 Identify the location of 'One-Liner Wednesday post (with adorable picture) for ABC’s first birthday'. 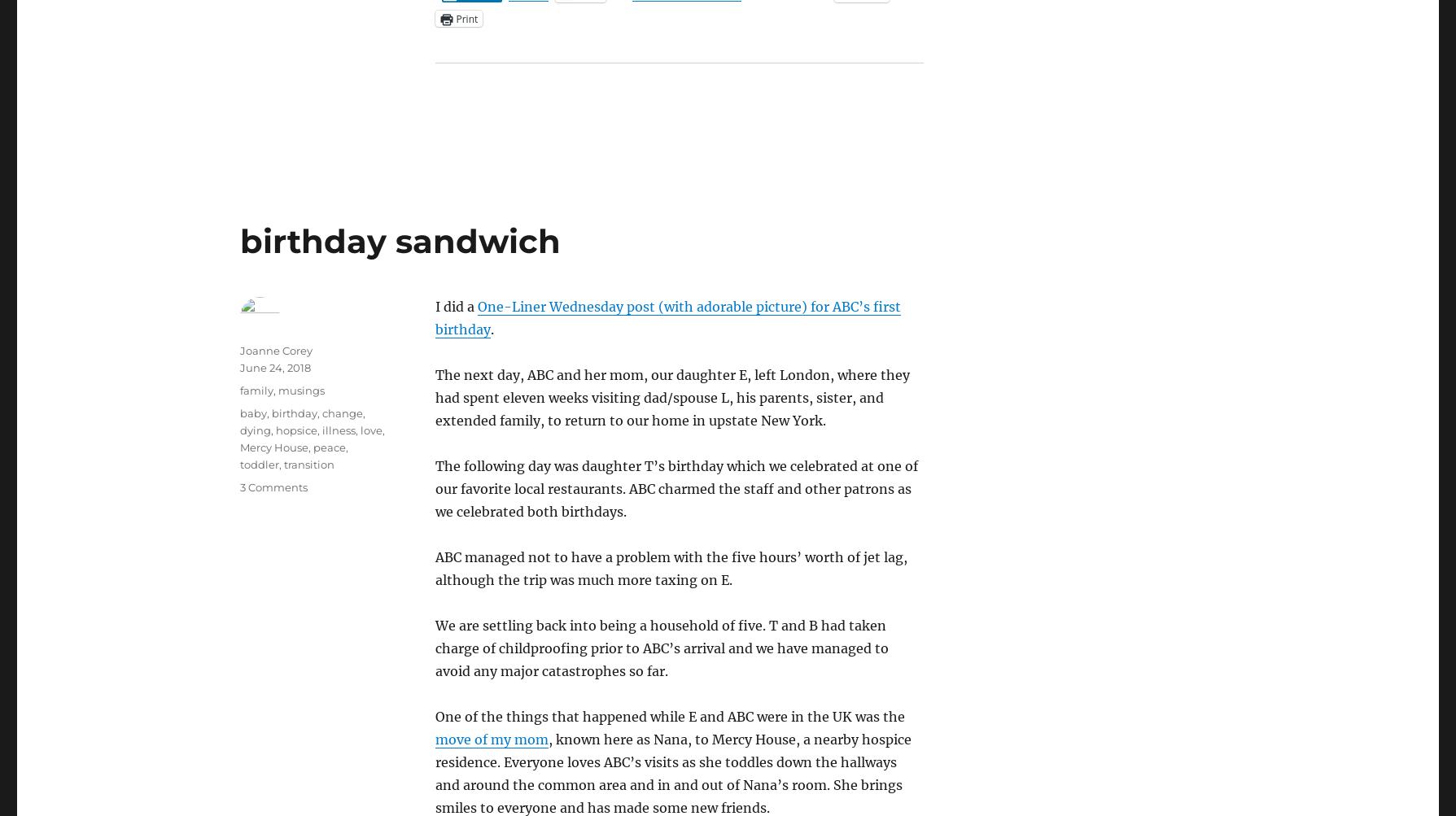
(667, 316).